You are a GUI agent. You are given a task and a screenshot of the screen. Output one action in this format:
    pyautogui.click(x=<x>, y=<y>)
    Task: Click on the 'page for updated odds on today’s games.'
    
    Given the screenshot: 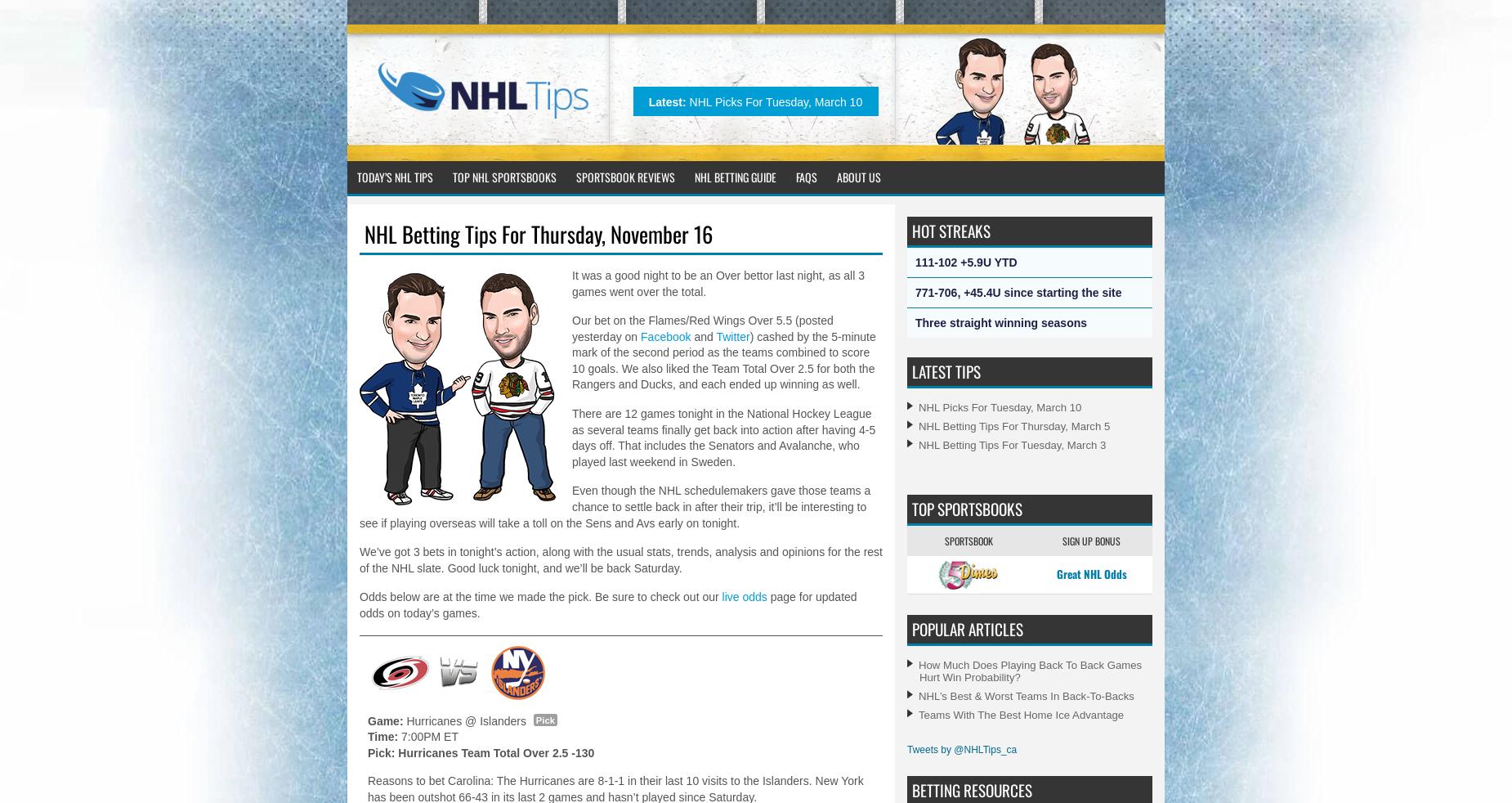 What is the action you would take?
    pyautogui.click(x=608, y=605)
    